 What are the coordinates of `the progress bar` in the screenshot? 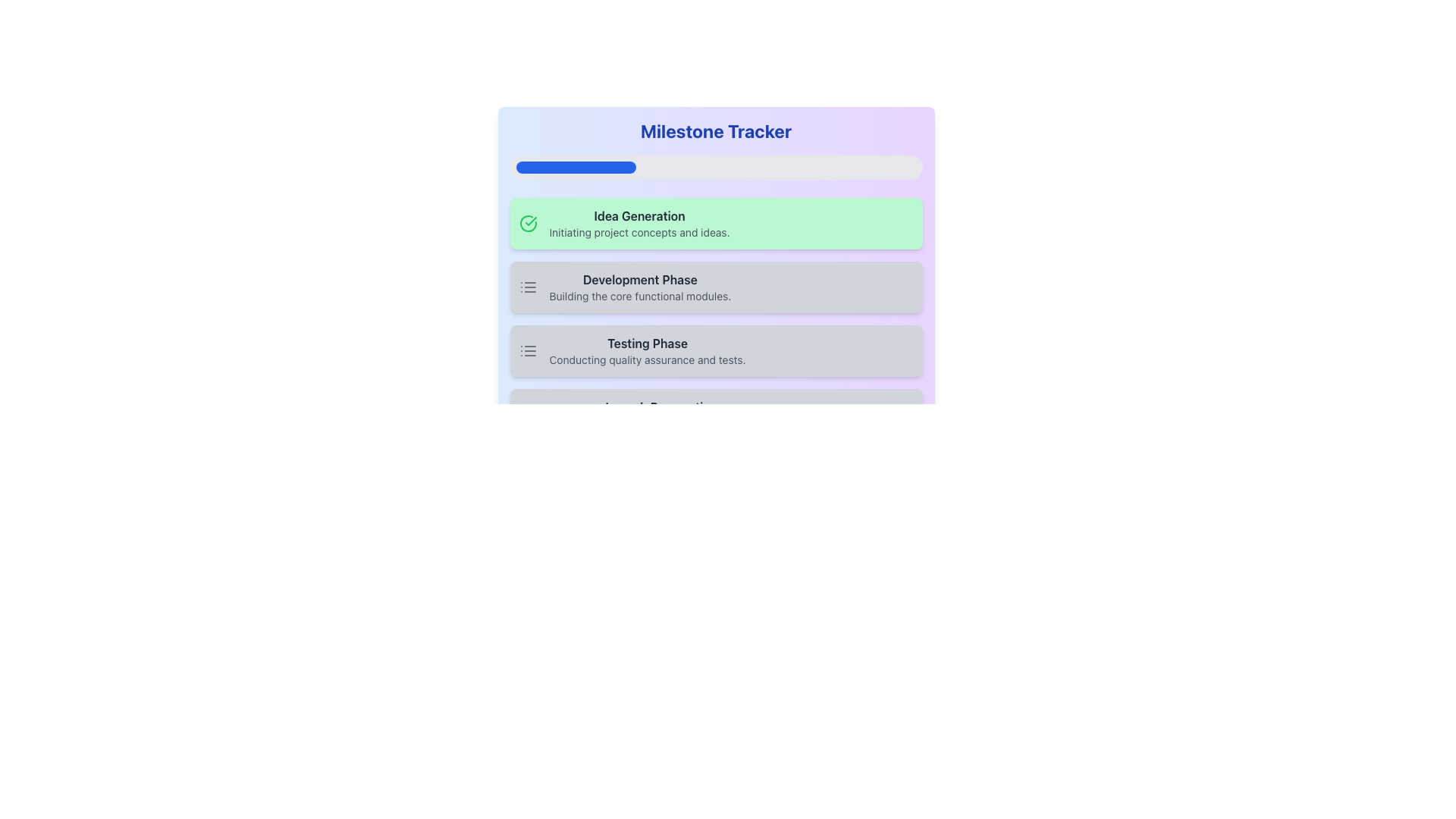 It's located at (617, 167).